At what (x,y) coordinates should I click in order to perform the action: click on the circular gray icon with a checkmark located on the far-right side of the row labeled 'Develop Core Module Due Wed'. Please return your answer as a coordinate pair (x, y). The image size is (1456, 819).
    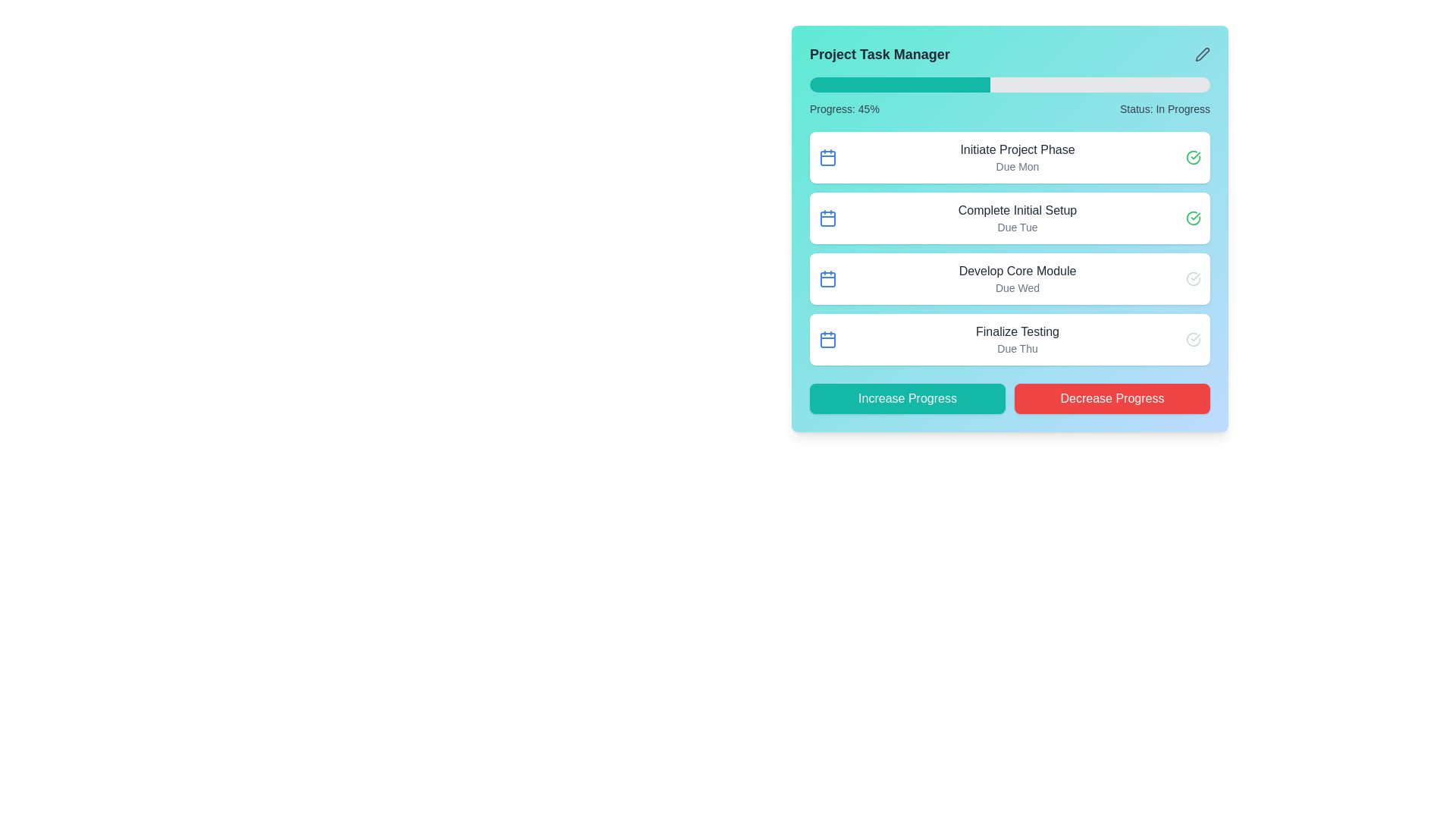
    Looking at the image, I should click on (1193, 278).